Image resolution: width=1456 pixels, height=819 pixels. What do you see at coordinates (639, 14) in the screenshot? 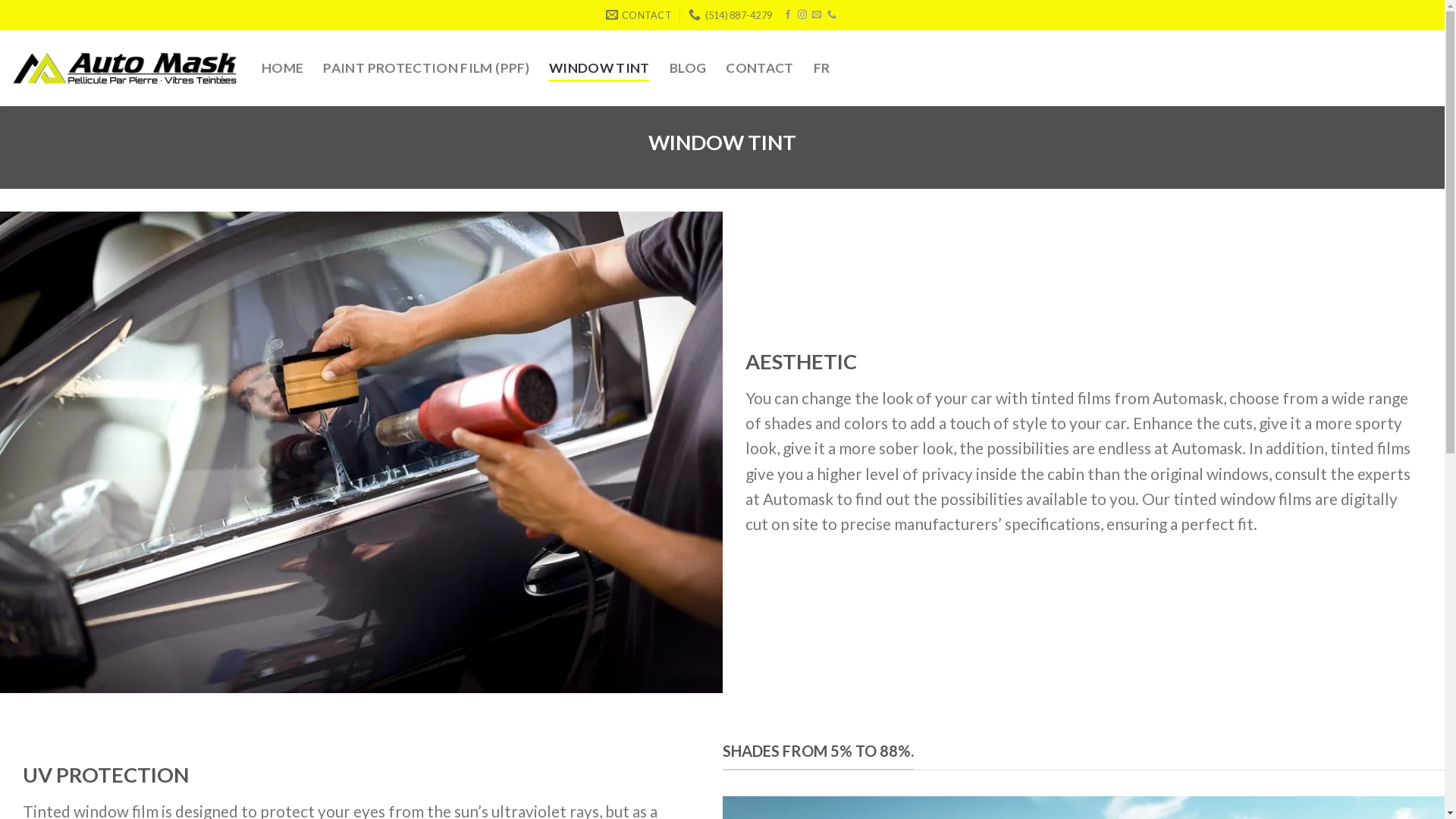
I see `'CONTACT'` at bounding box center [639, 14].